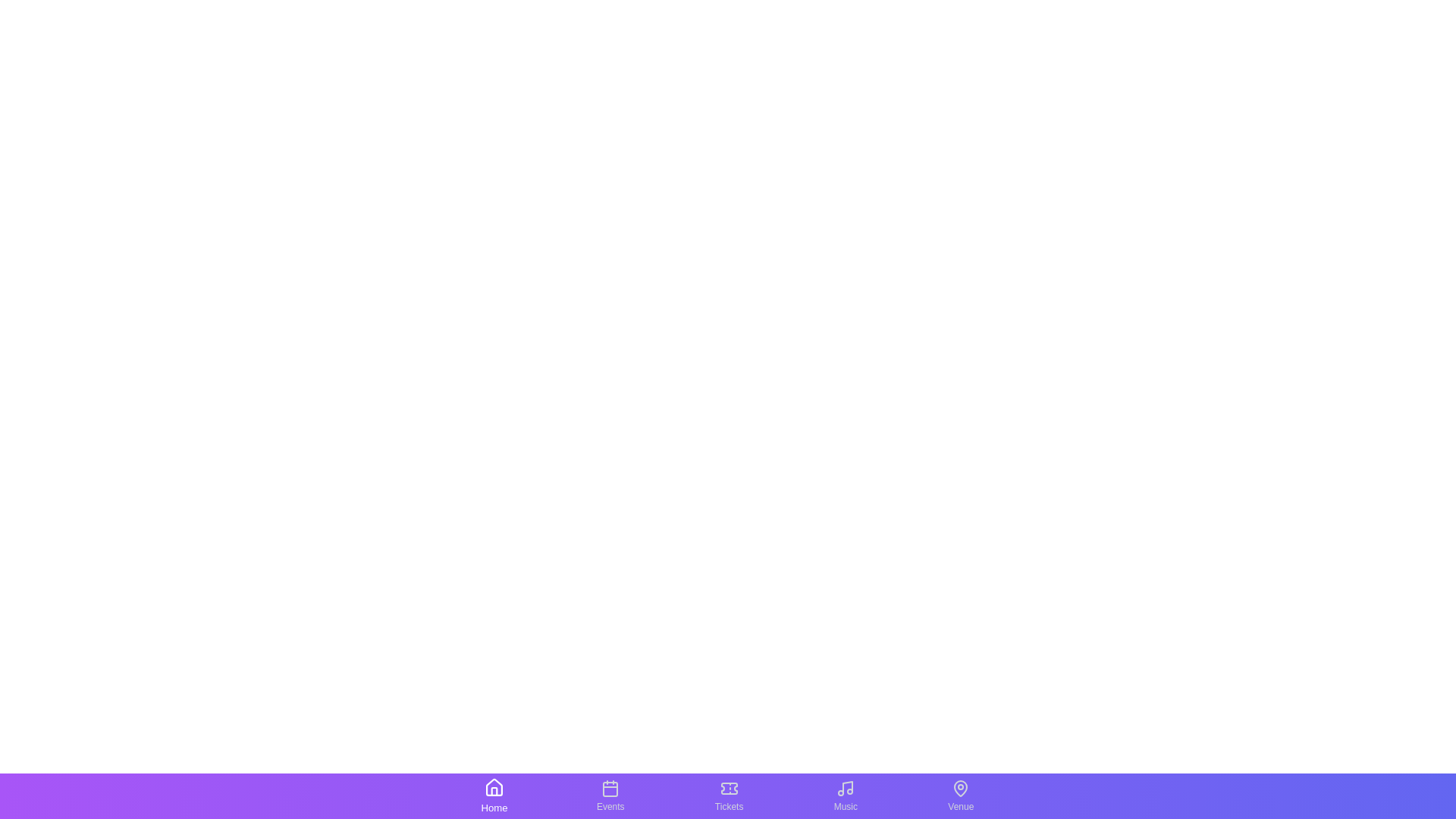 This screenshot has height=819, width=1456. Describe the element at coordinates (729, 795) in the screenshot. I see `the tab labeled Tickets to navigate to its section` at that location.